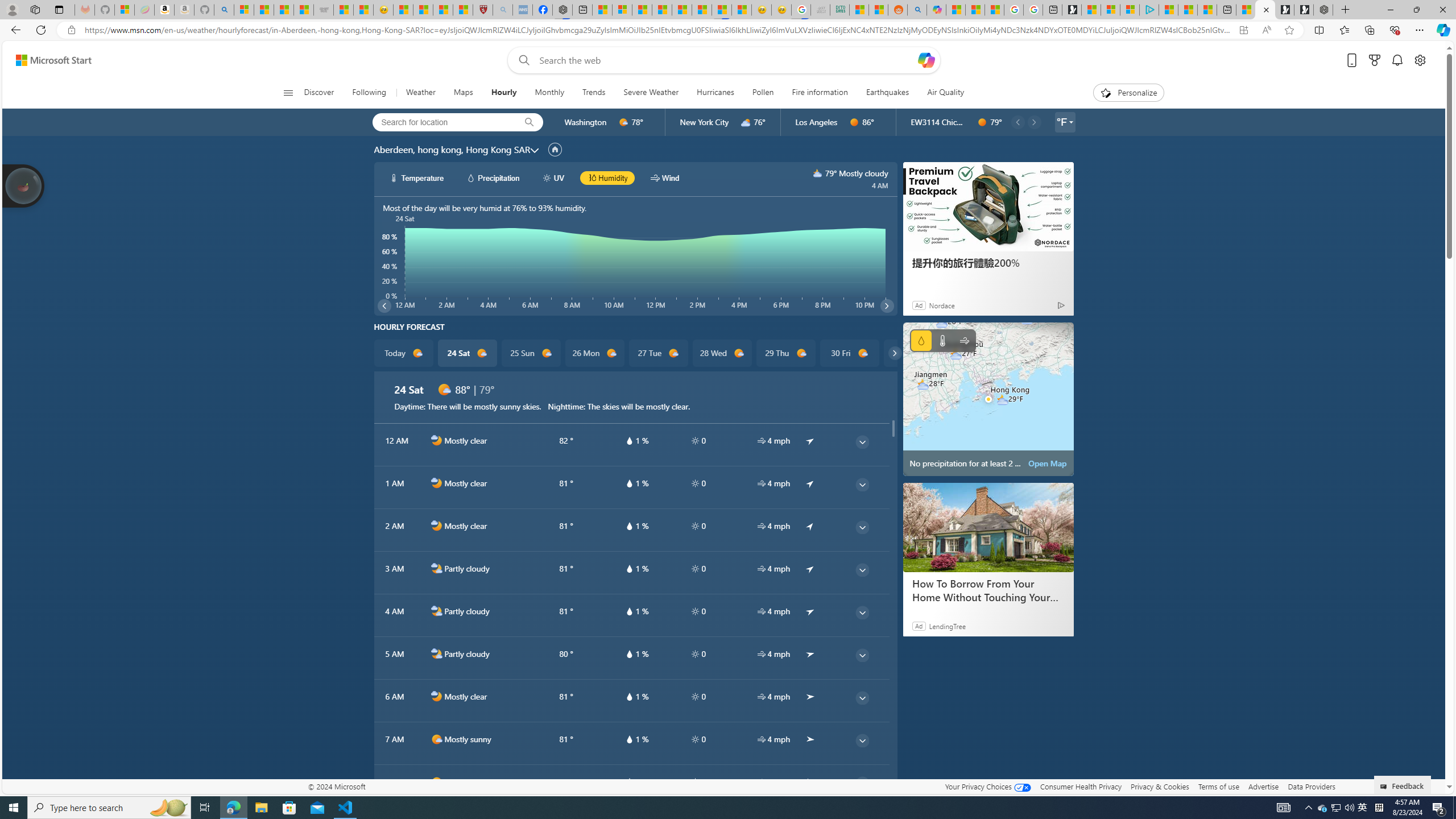  Describe the element at coordinates (531, 353) in the screenshot. I see `'25 Sun d1000'` at that location.